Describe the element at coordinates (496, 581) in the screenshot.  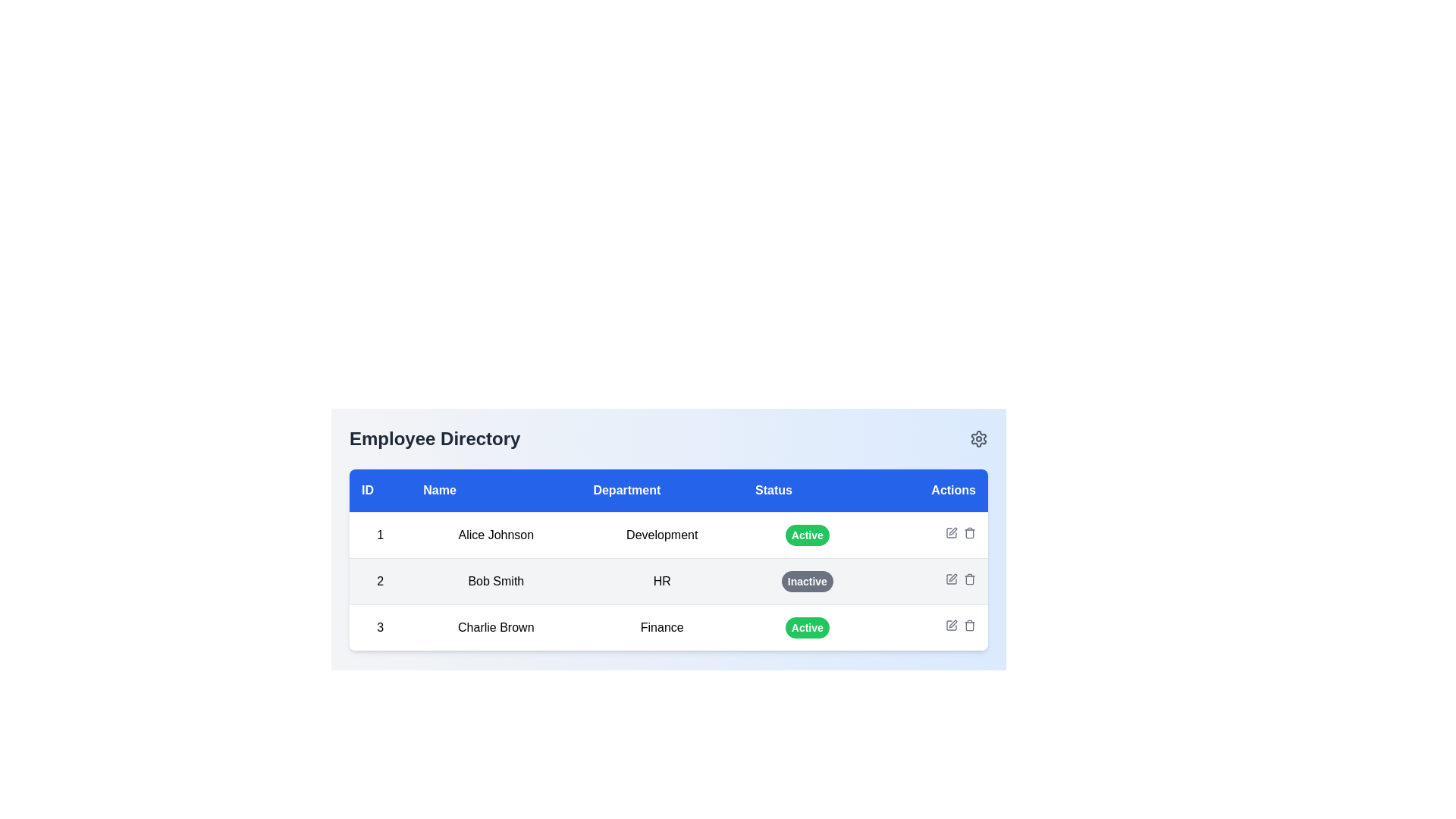
I see `the Text label representing a person's name in the second row of the table under the 'Name' column, located between the ID '2' and the department 'HR.'` at that location.